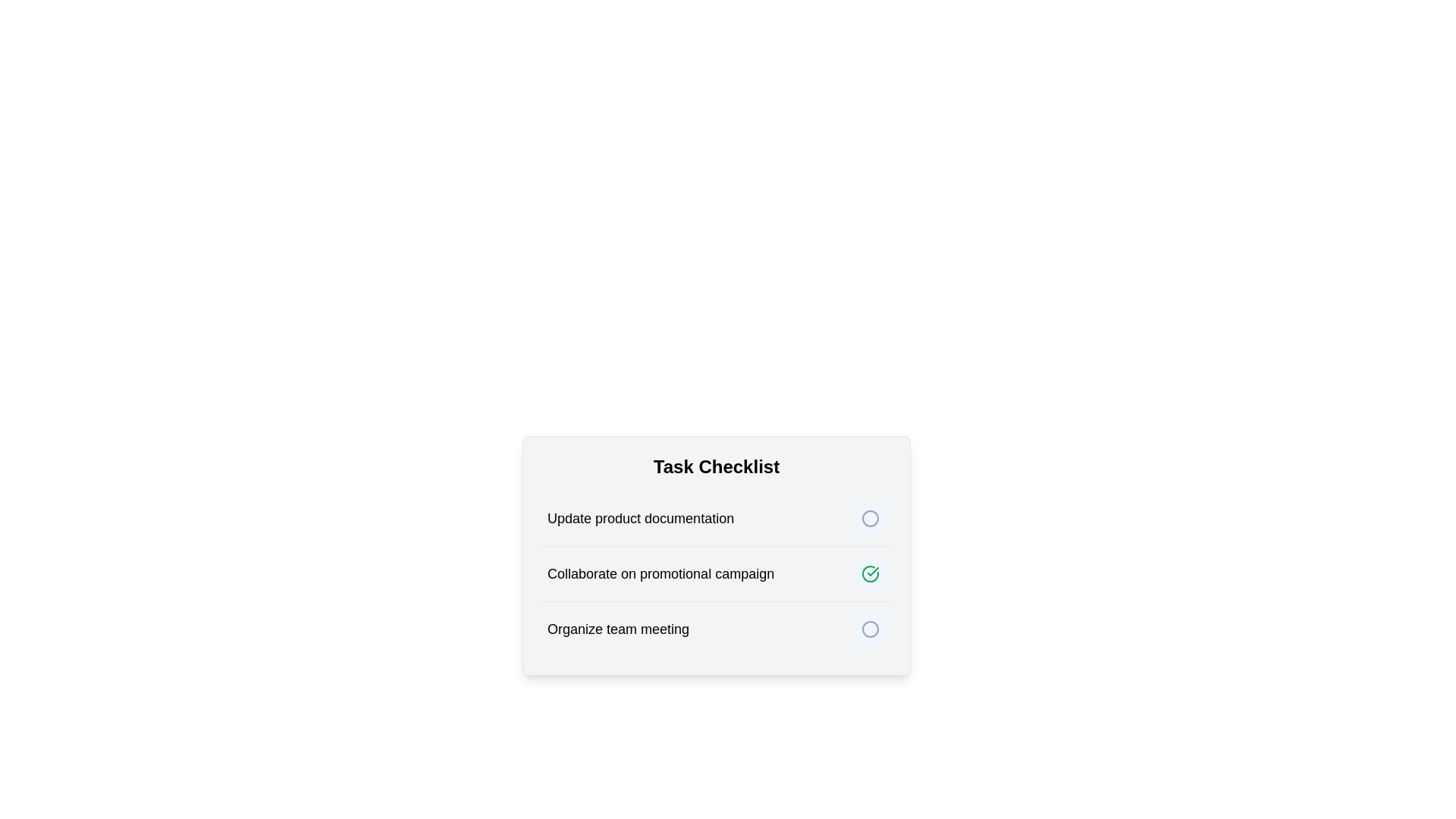  What do you see at coordinates (870, 629) in the screenshot?
I see `the circular SVG element located at the bottom right corner of the checklist card, adjacent to the text 'Organize team meeting', to interact with it` at bounding box center [870, 629].